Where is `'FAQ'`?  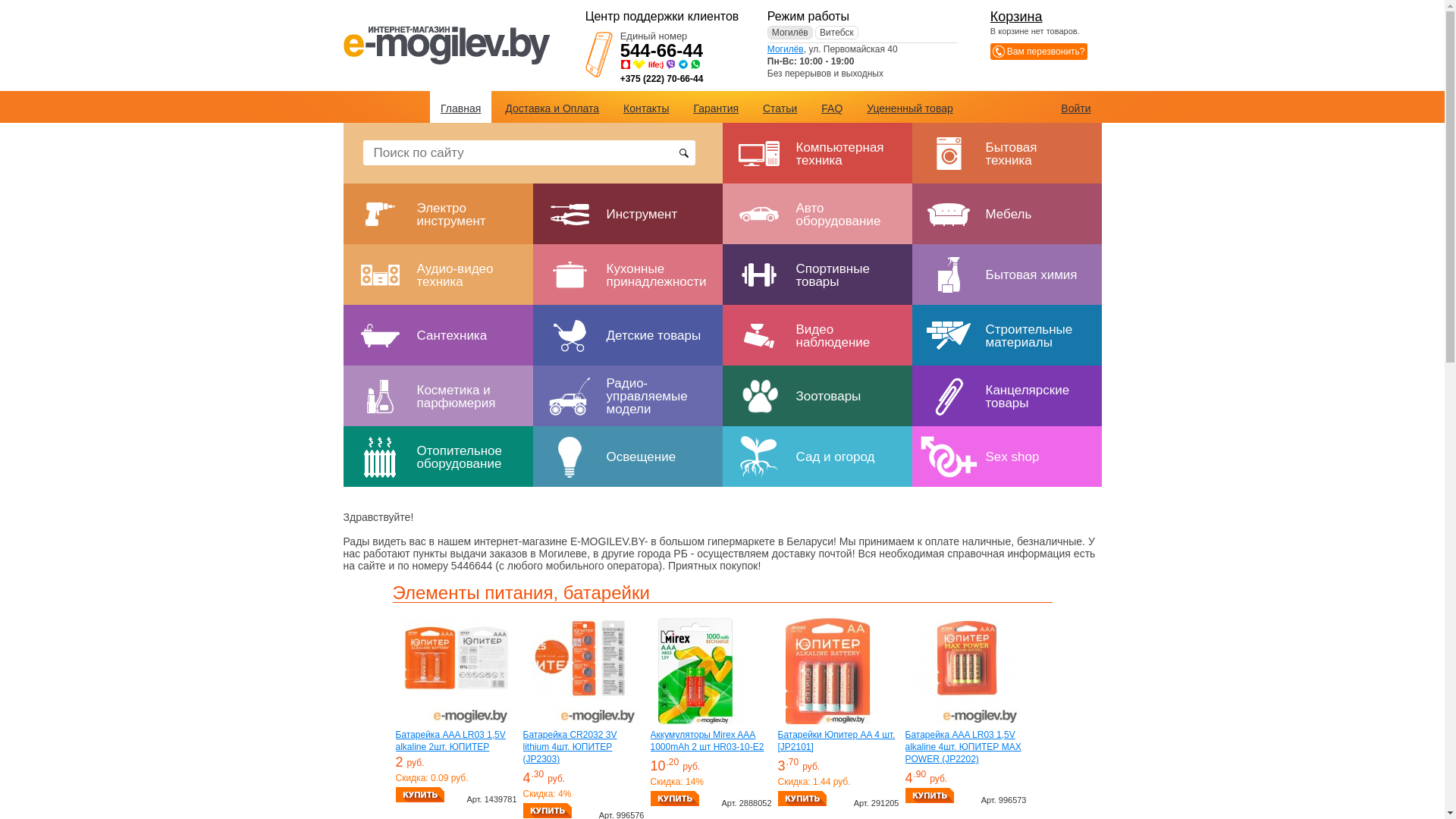
'FAQ' is located at coordinates (831, 107).